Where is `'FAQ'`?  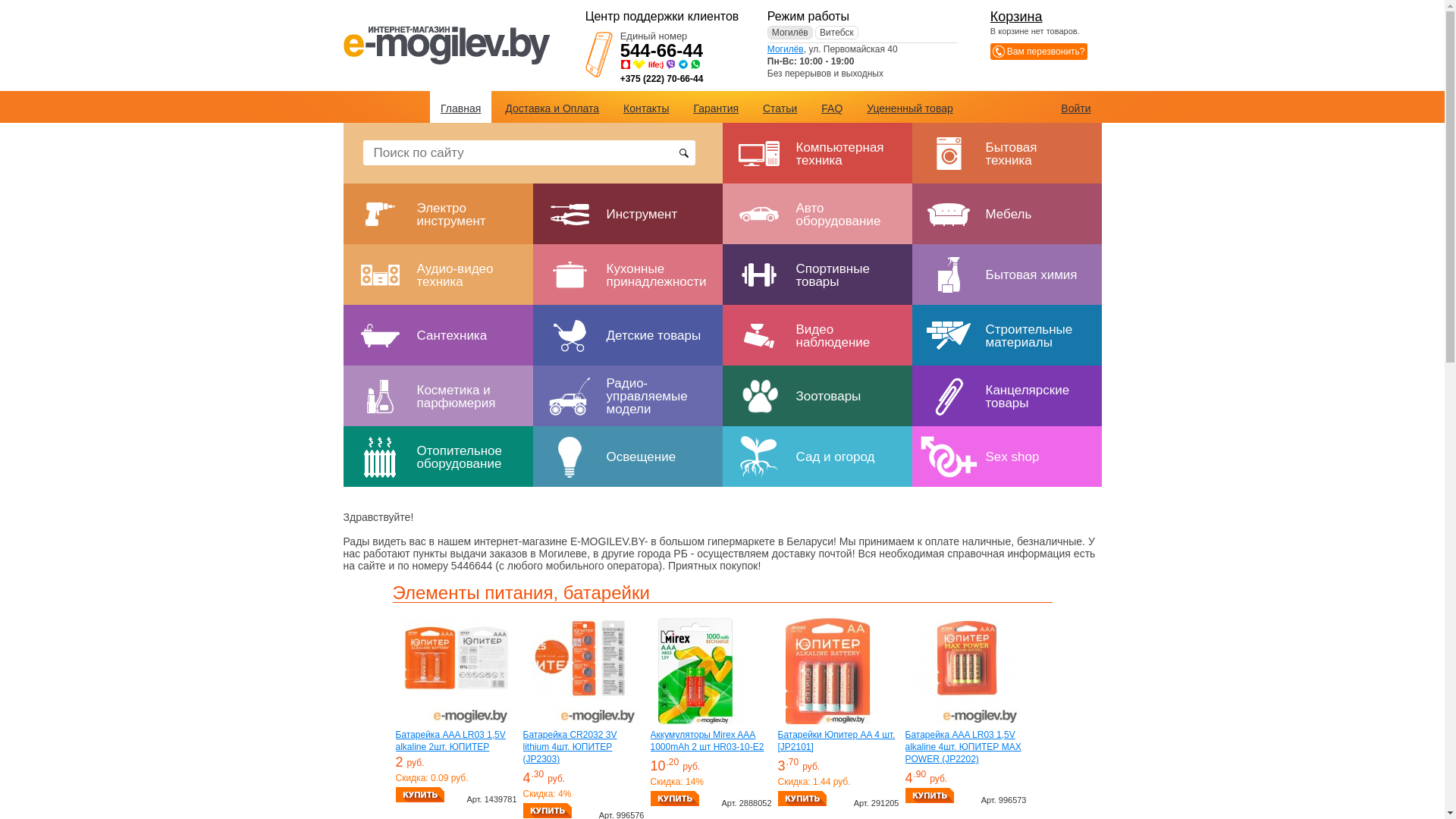
'FAQ' is located at coordinates (831, 107).